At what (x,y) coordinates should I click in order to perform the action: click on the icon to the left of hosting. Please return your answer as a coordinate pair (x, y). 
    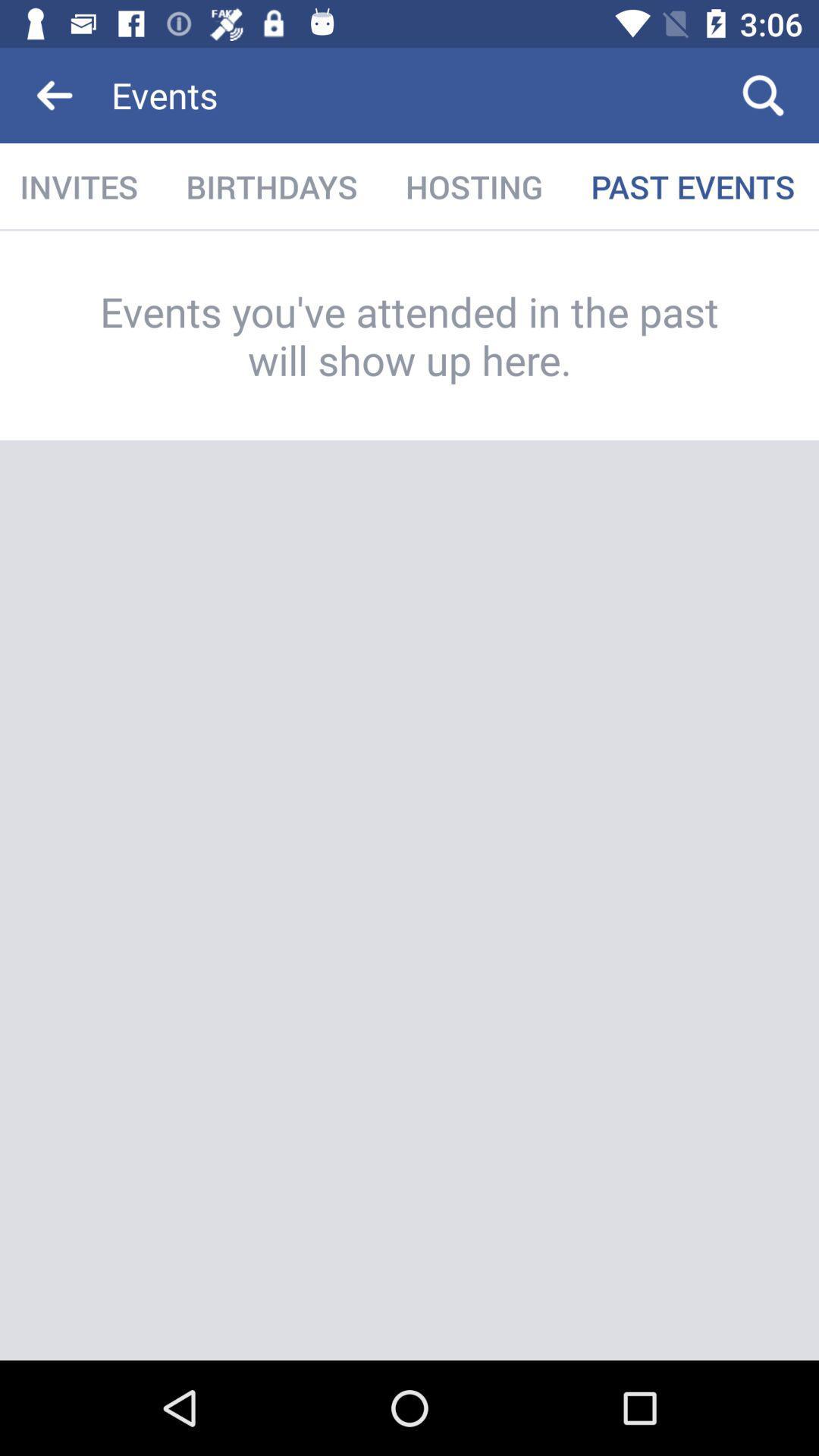
    Looking at the image, I should click on (271, 186).